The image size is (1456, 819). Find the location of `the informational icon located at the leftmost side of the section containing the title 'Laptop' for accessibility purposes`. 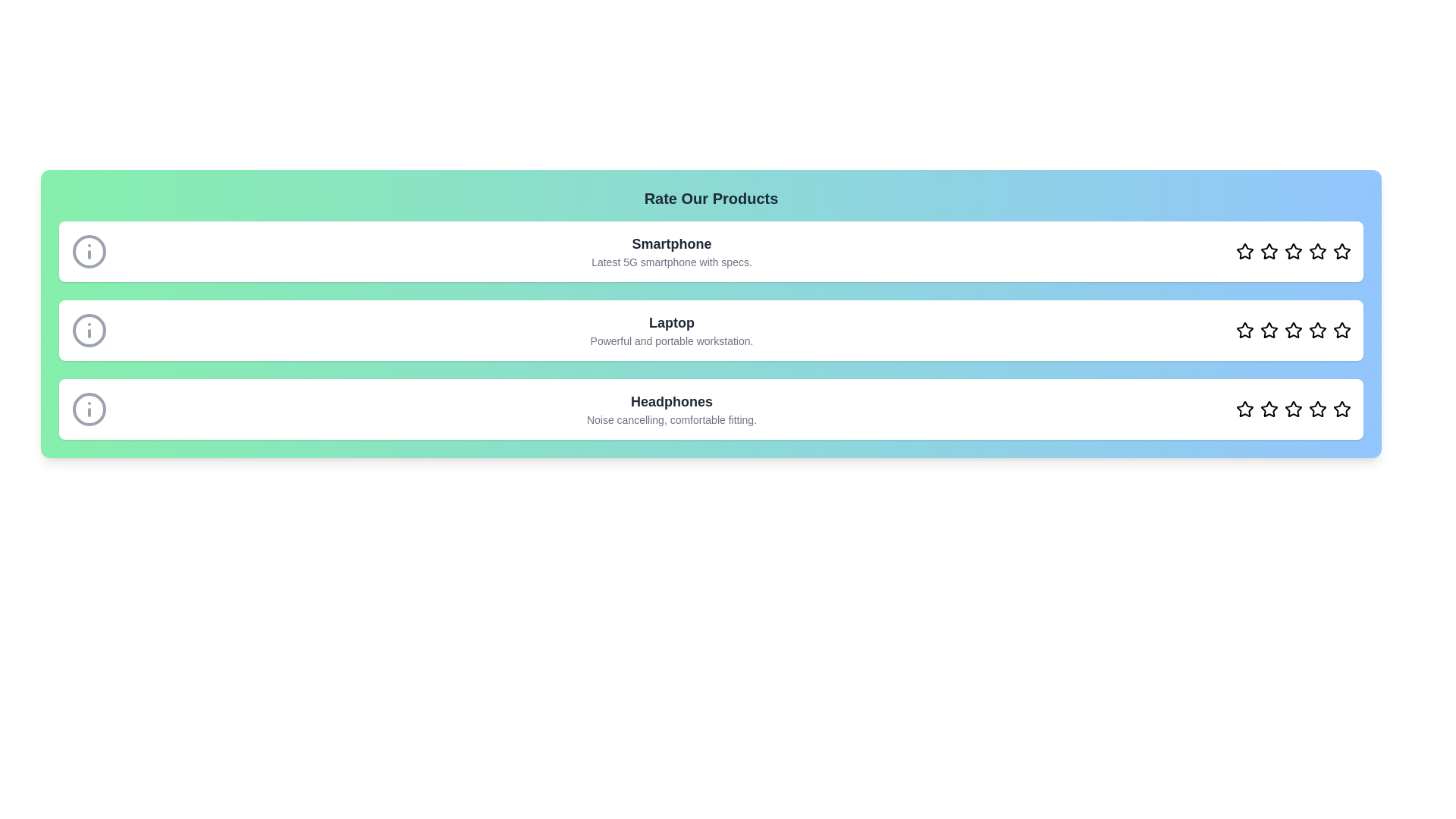

the informational icon located at the leftmost side of the section containing the title 'Laptop' for accessibility purposes is located at coordinates (89, 329).